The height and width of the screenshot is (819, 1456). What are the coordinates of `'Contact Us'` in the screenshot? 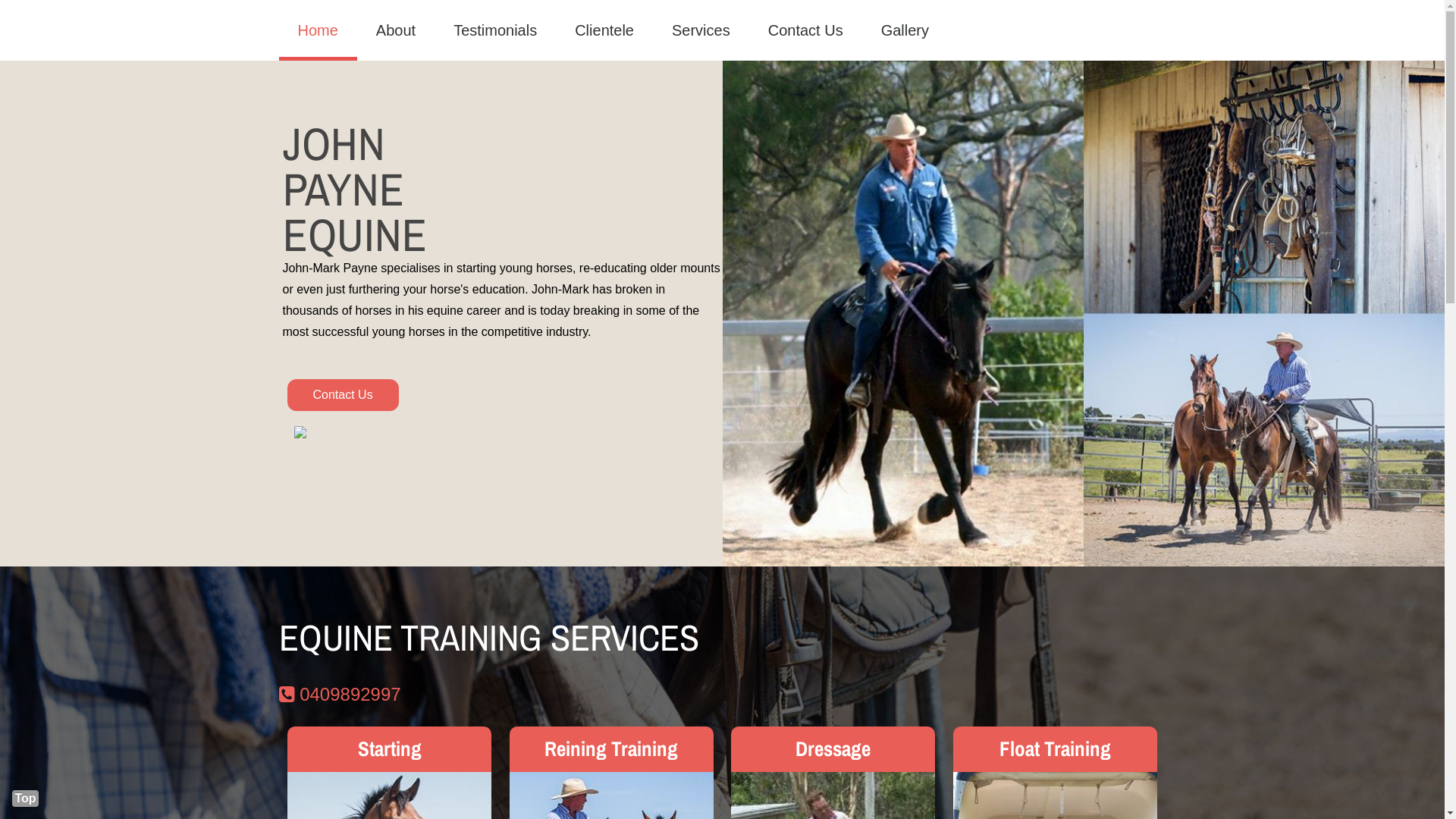 It's located at (805, 30).